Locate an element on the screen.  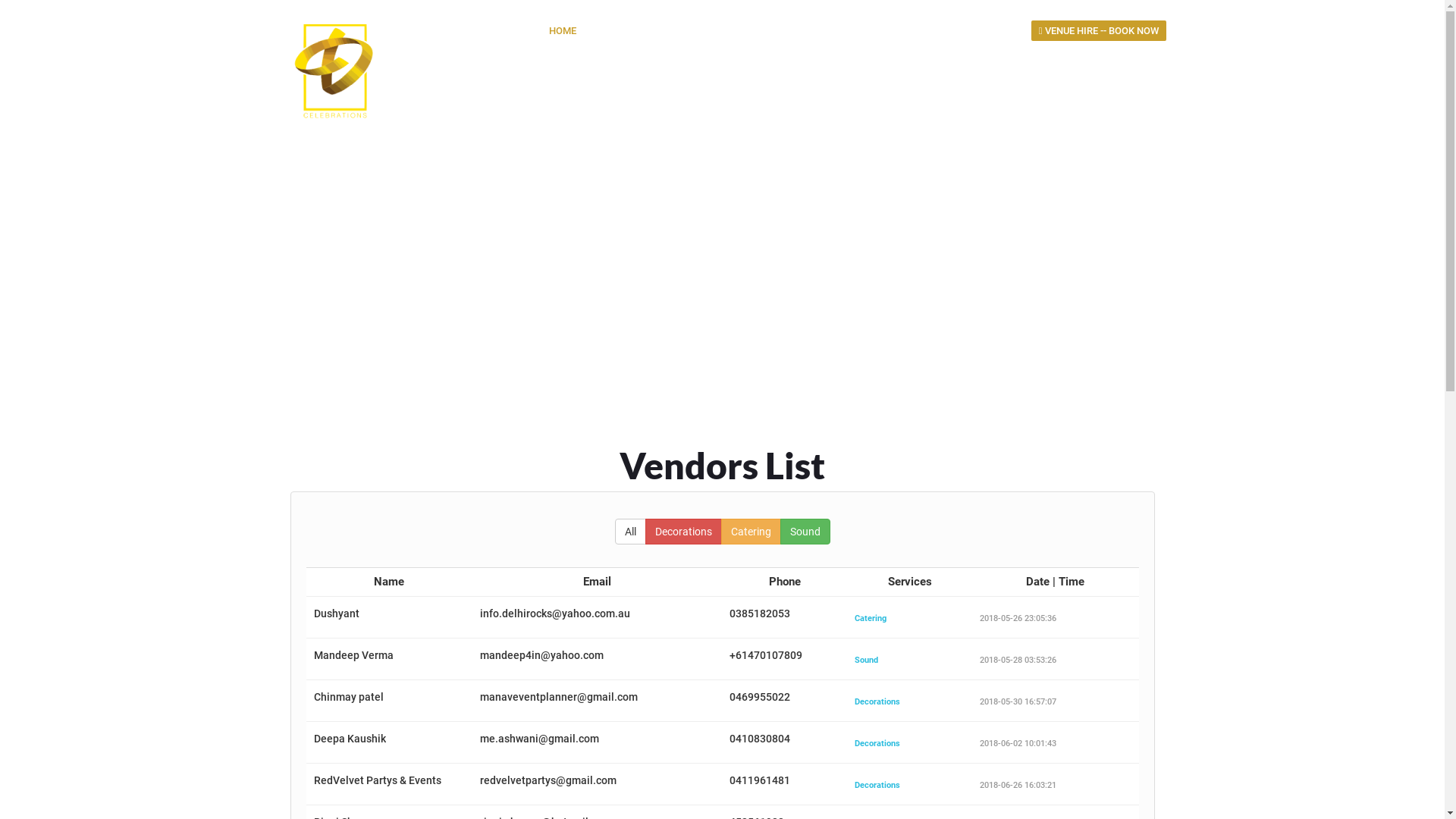
'Catering' is located at coordinates (750, 531).